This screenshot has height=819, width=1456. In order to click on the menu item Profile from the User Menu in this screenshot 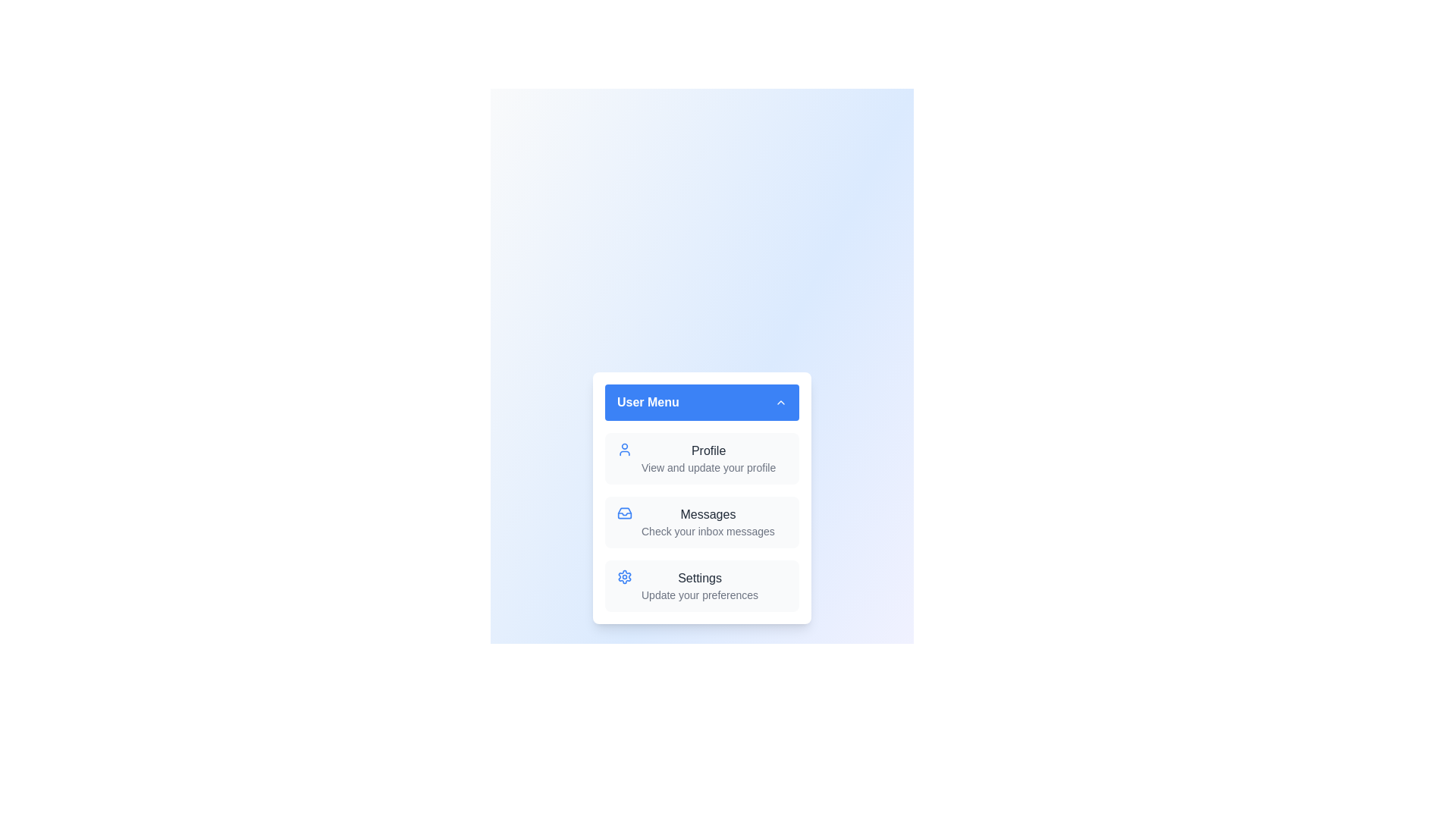, I will do `click(701, 458)`.